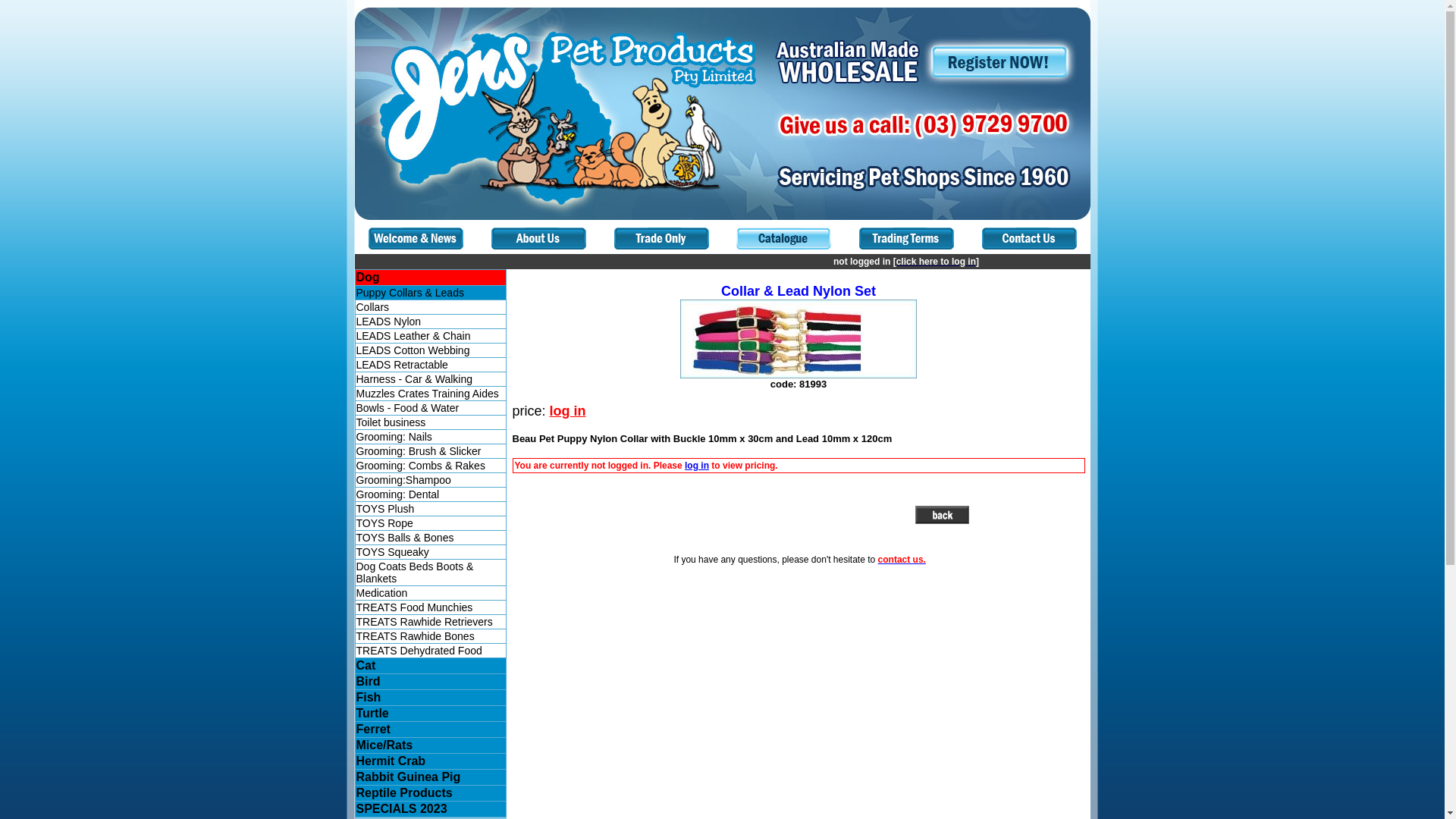 Image resolution: width=1456 pixels, height=819 pixels. I want to click on 'SPECIALS 2023', so click(401, 808).